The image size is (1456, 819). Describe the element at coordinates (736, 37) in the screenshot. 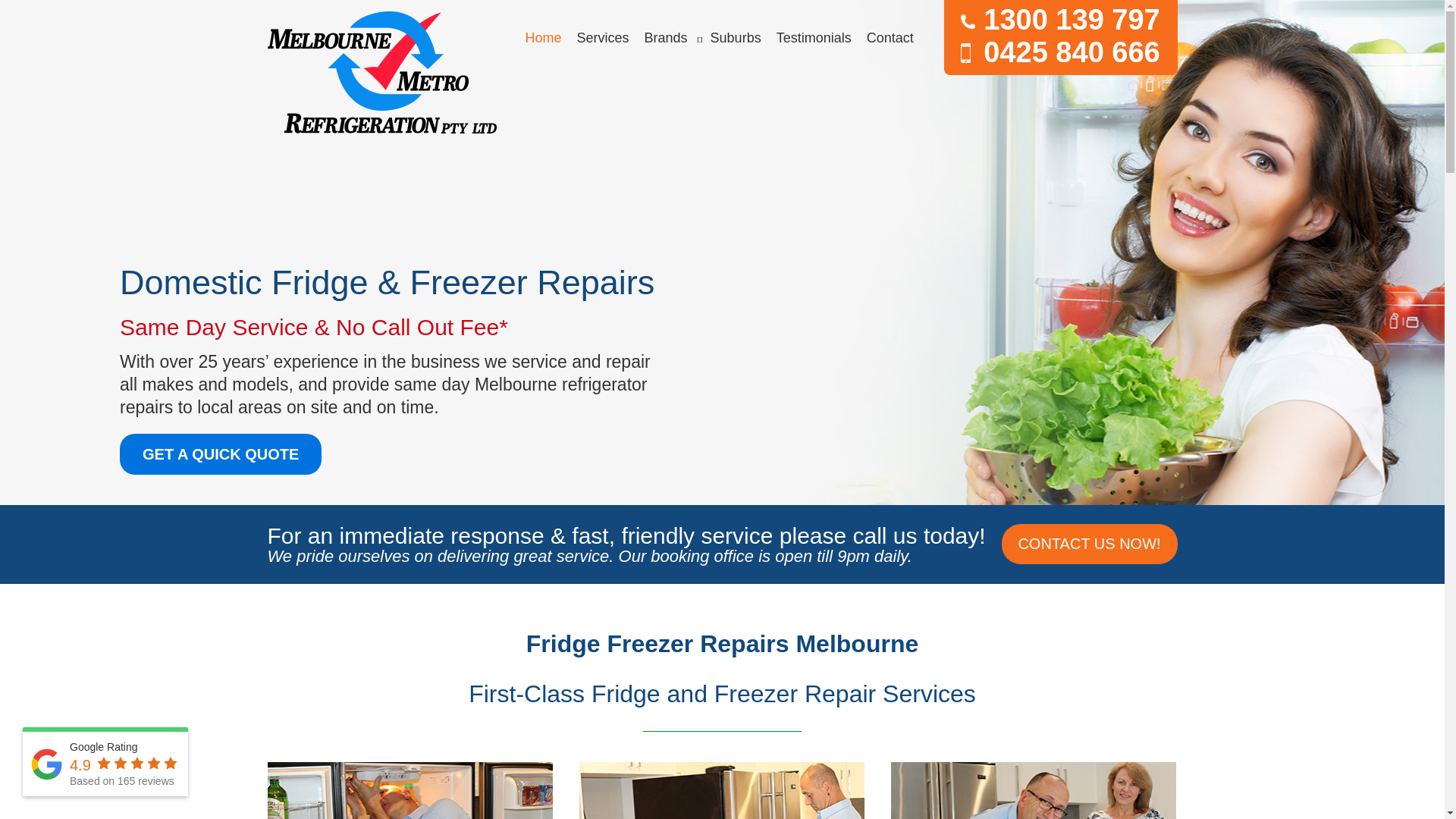

I see `'Suburbs'` at that location.